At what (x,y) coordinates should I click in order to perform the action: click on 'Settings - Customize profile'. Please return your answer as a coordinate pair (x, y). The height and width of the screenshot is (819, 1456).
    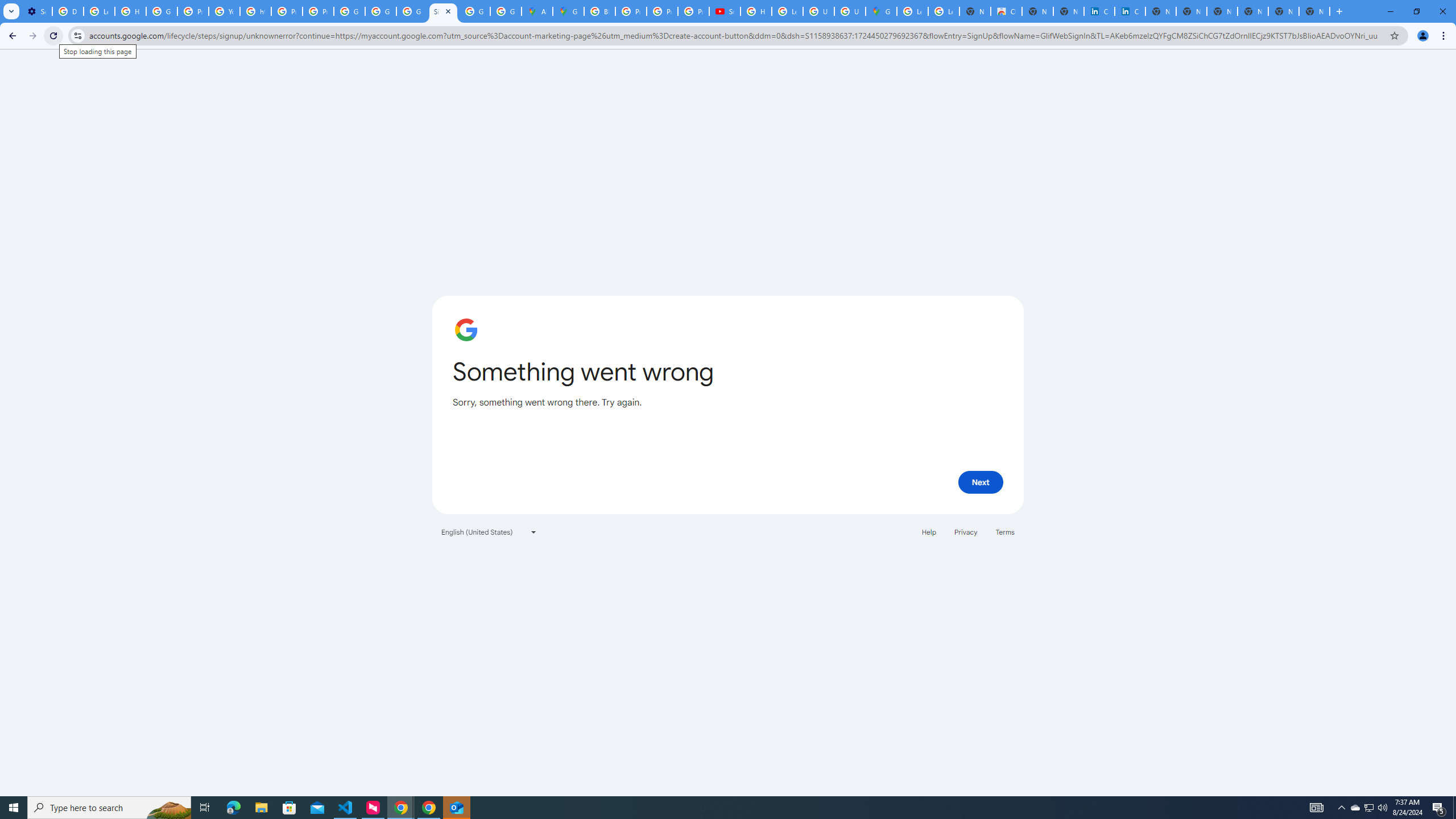
    Looking at the image, I should click on (36, 11).